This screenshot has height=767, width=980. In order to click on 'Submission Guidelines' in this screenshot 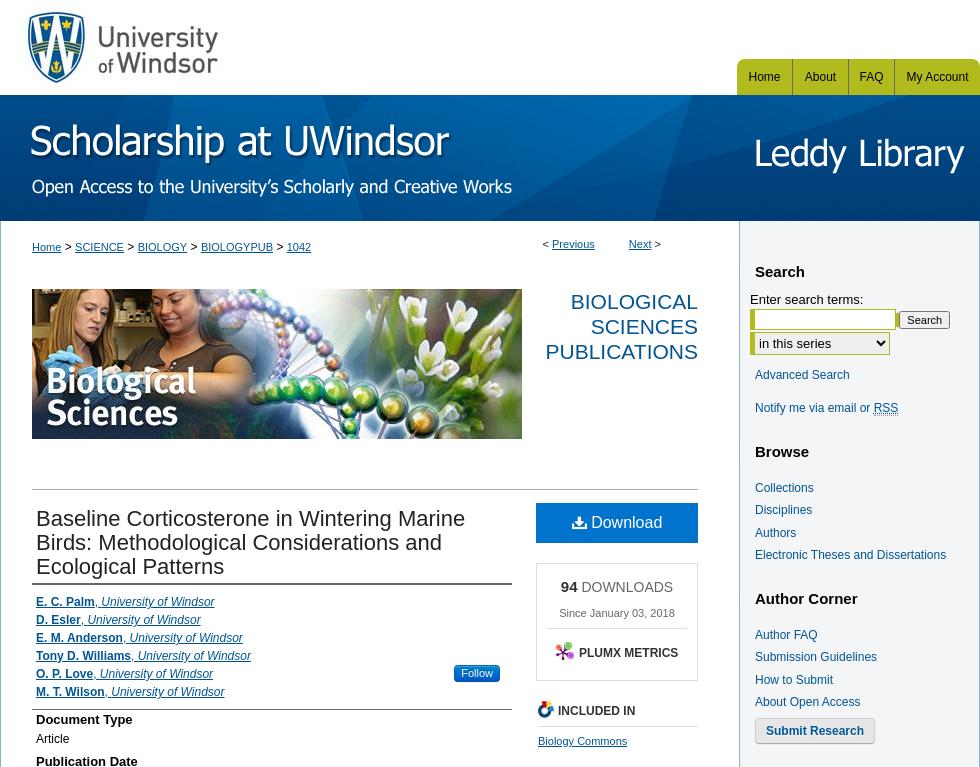, I will do `click(816, 656)`.